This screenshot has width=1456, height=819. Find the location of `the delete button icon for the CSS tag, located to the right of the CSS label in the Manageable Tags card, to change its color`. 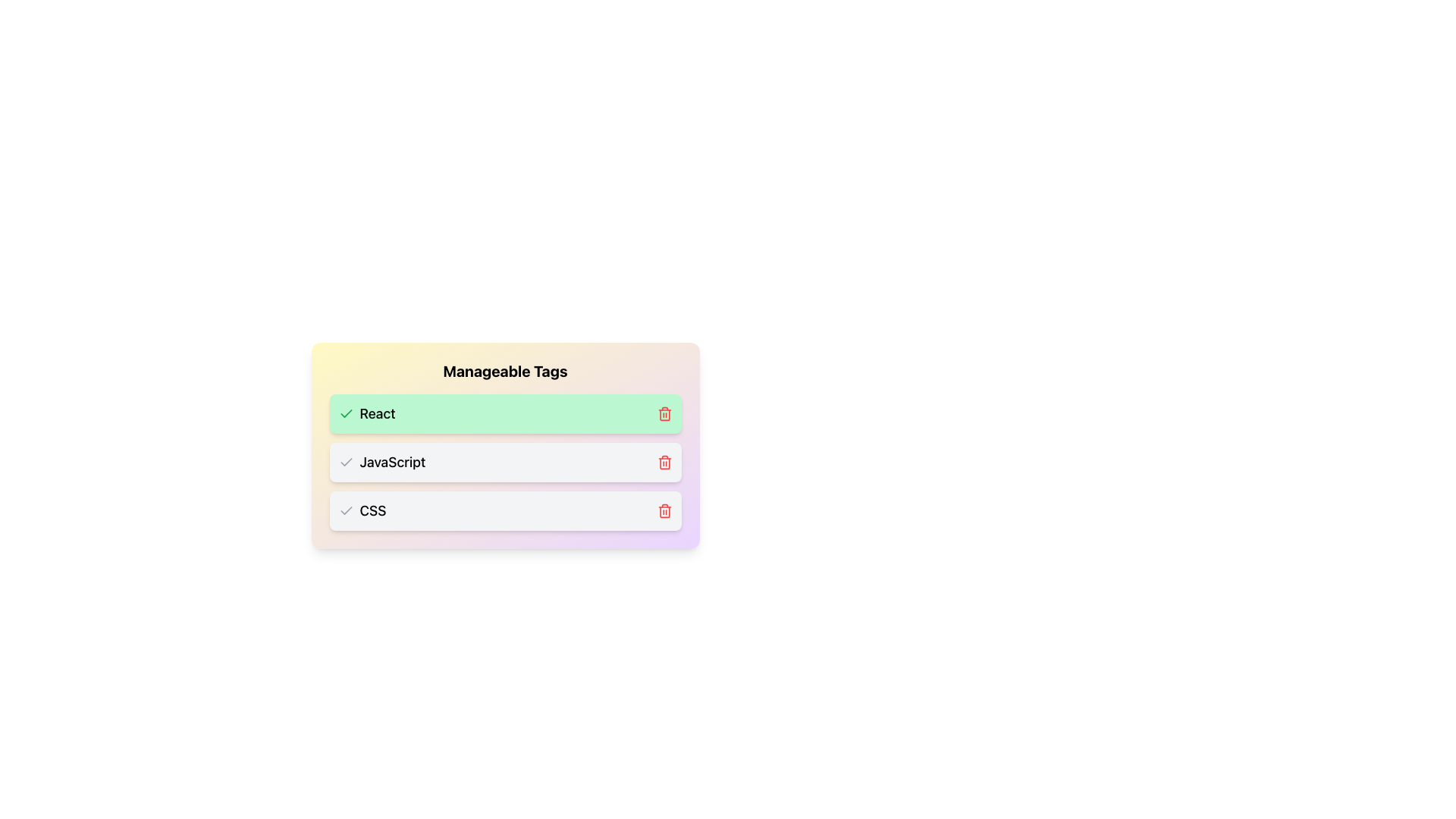

the delete button icon for the CSS tag, located to the right of the CSS label in the Manageable Tags card, to change its color is located at coordinates (664, 463).